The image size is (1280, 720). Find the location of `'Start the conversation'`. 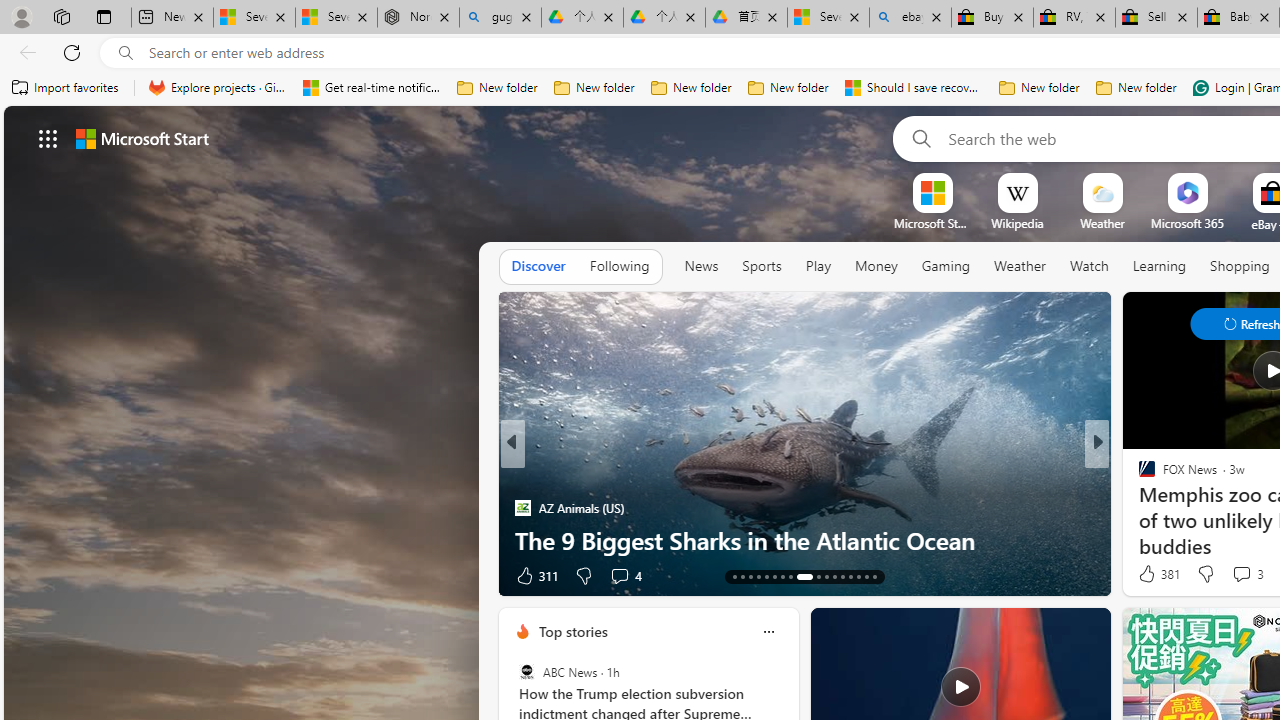

'Start the conversation' is located at coordinates (1234, 575).